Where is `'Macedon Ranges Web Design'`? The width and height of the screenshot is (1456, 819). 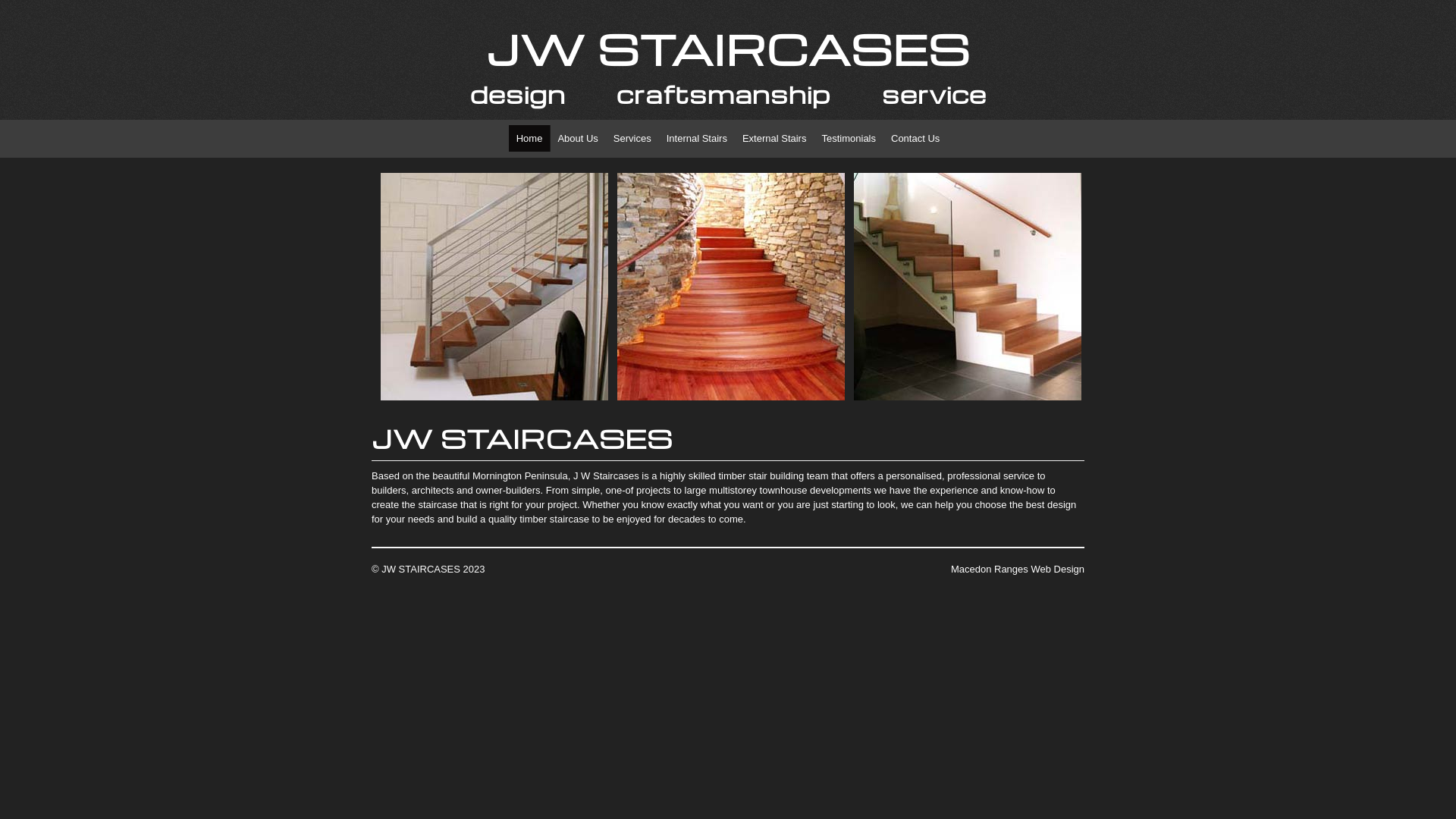
'Macedon Ranges Web Design' is located at coordinates (1018, 569).